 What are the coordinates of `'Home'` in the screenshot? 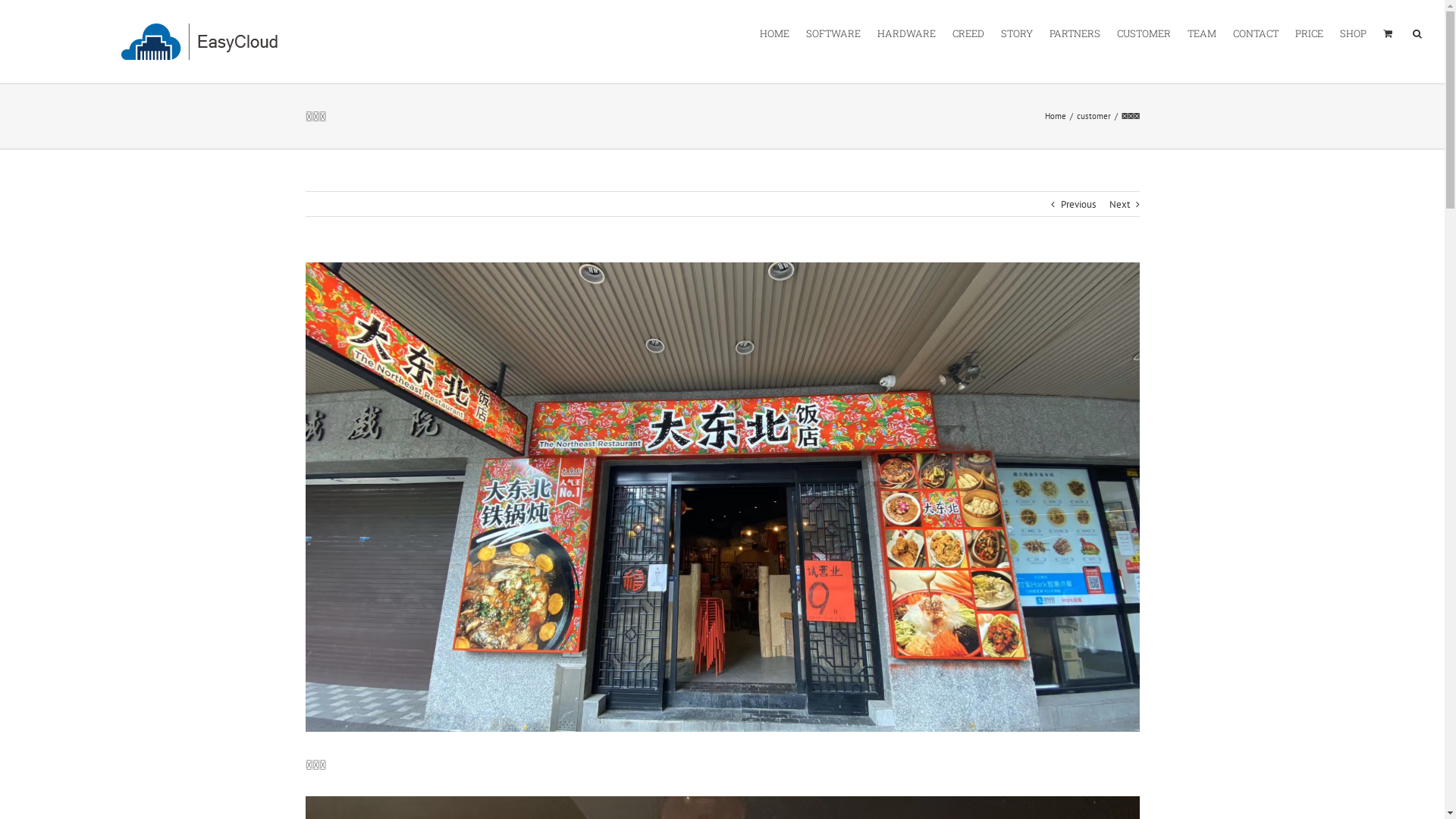 It's located at (1055, 115).